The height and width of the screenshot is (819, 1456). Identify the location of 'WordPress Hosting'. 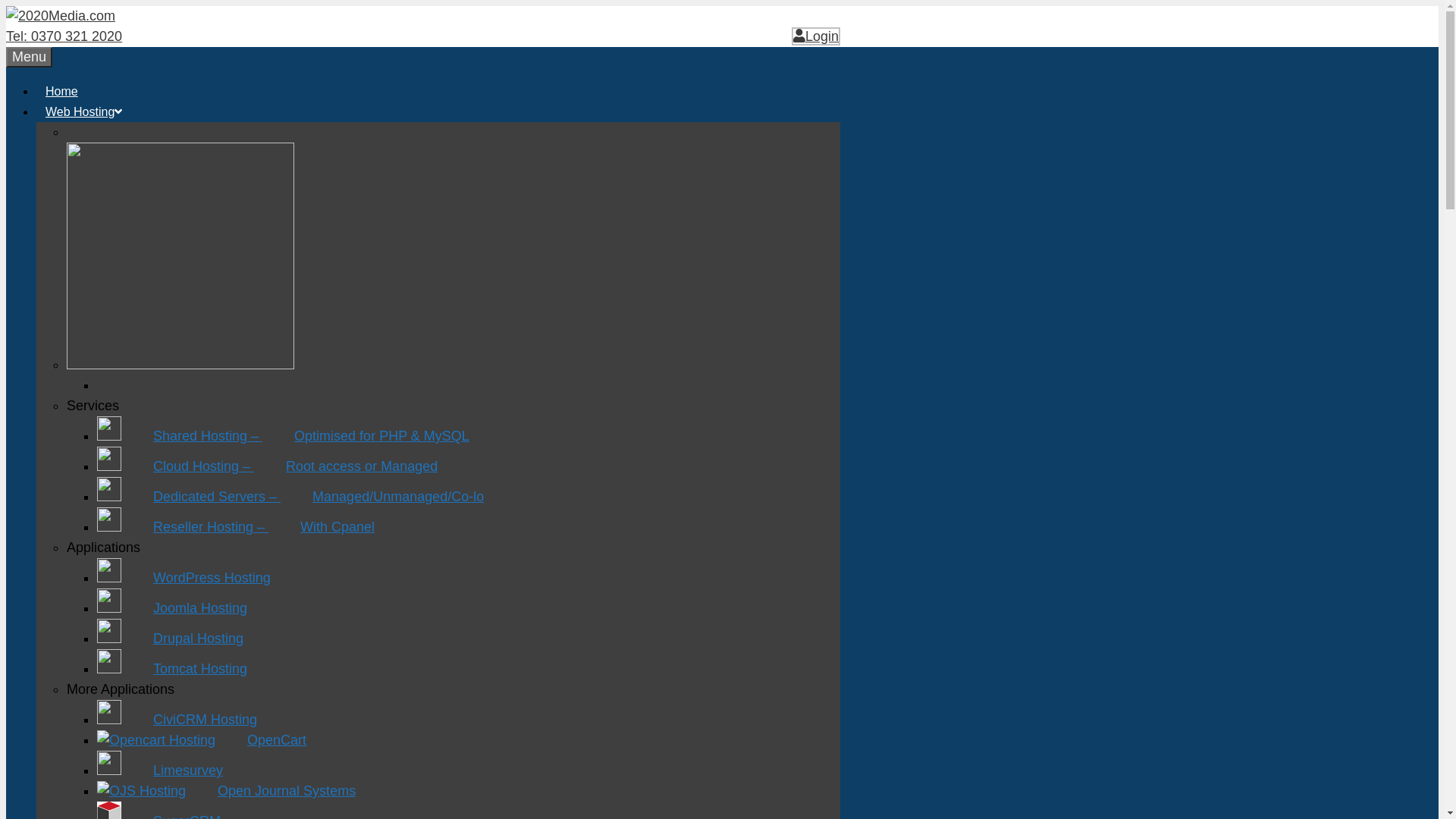
(183, 578).